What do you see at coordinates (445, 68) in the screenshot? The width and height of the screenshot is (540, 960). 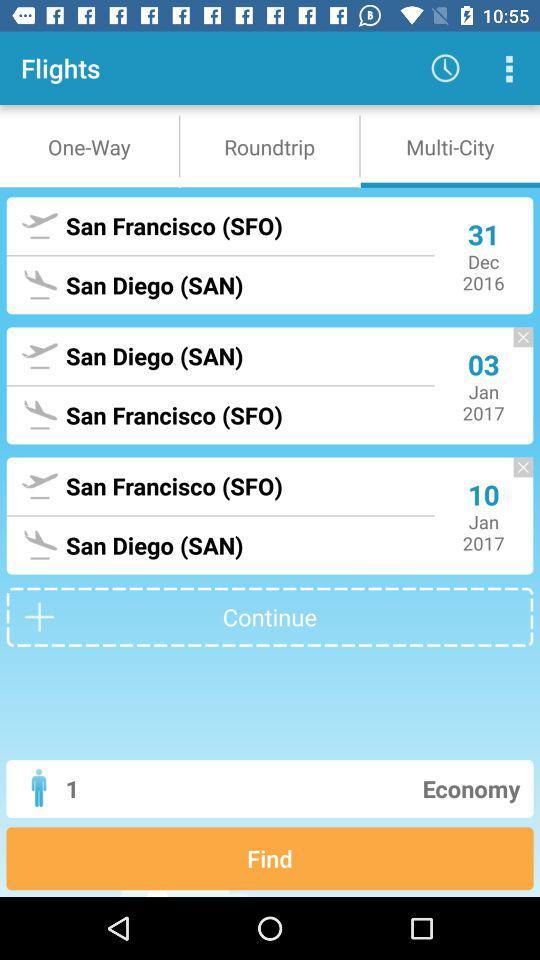 I see `app next to the flights item` at bounding box center [445, 68].